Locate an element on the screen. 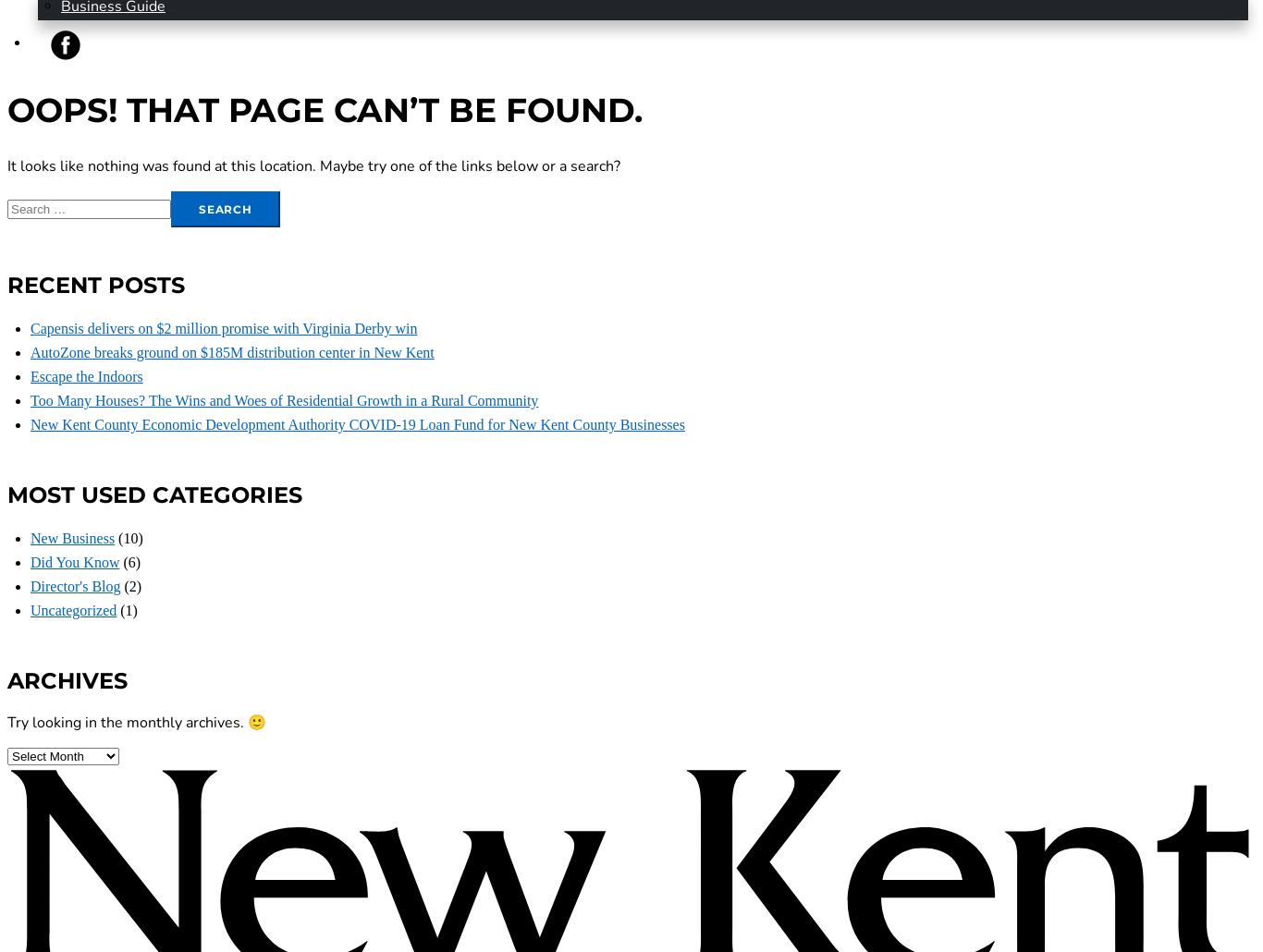 This screenshot has height=952, width=1263. 'Did You Know' is located at coordinates (31, 561).